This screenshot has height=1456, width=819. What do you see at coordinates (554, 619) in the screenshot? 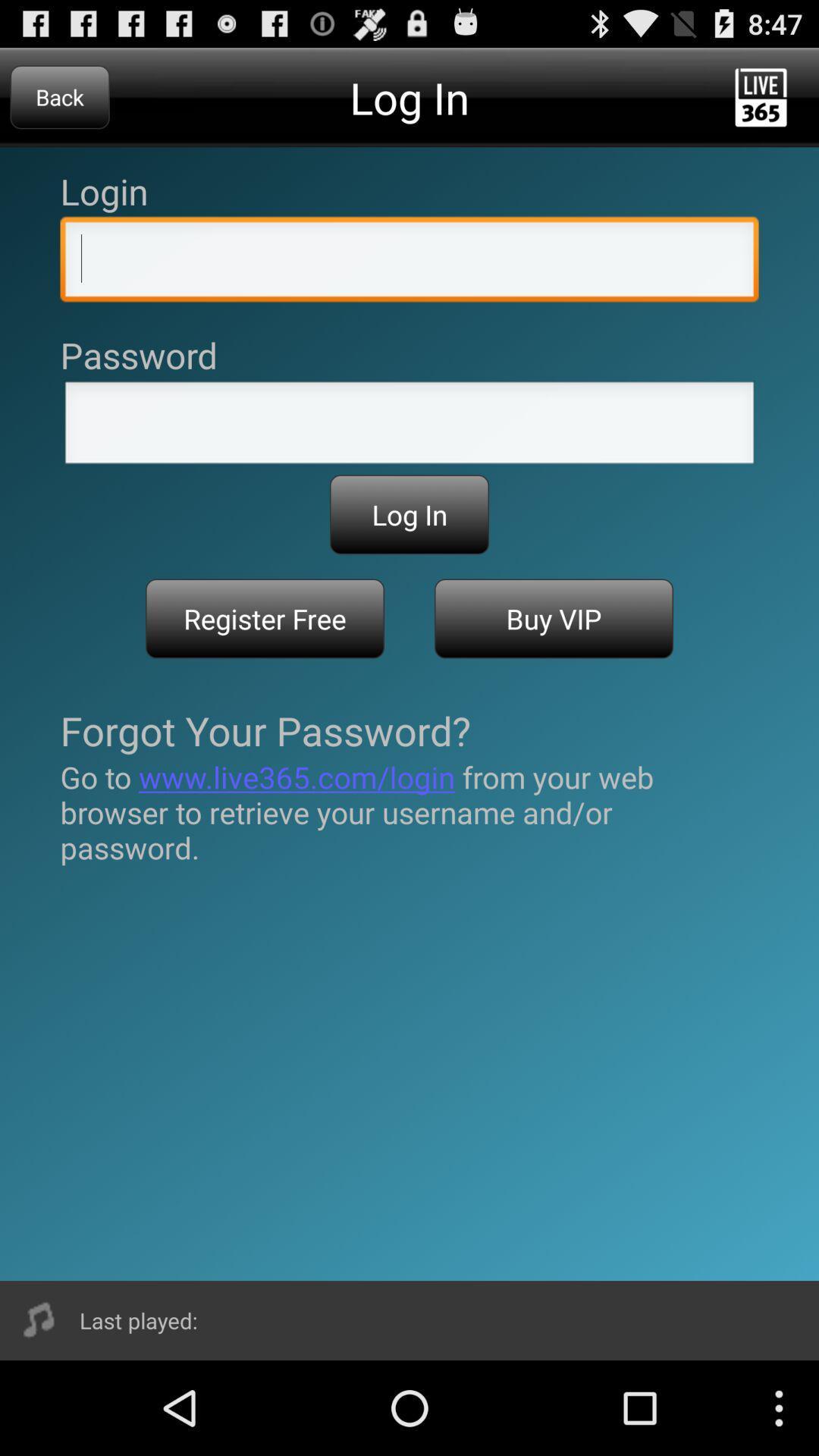
I see `item below log in` at bounding box center [554, 619].